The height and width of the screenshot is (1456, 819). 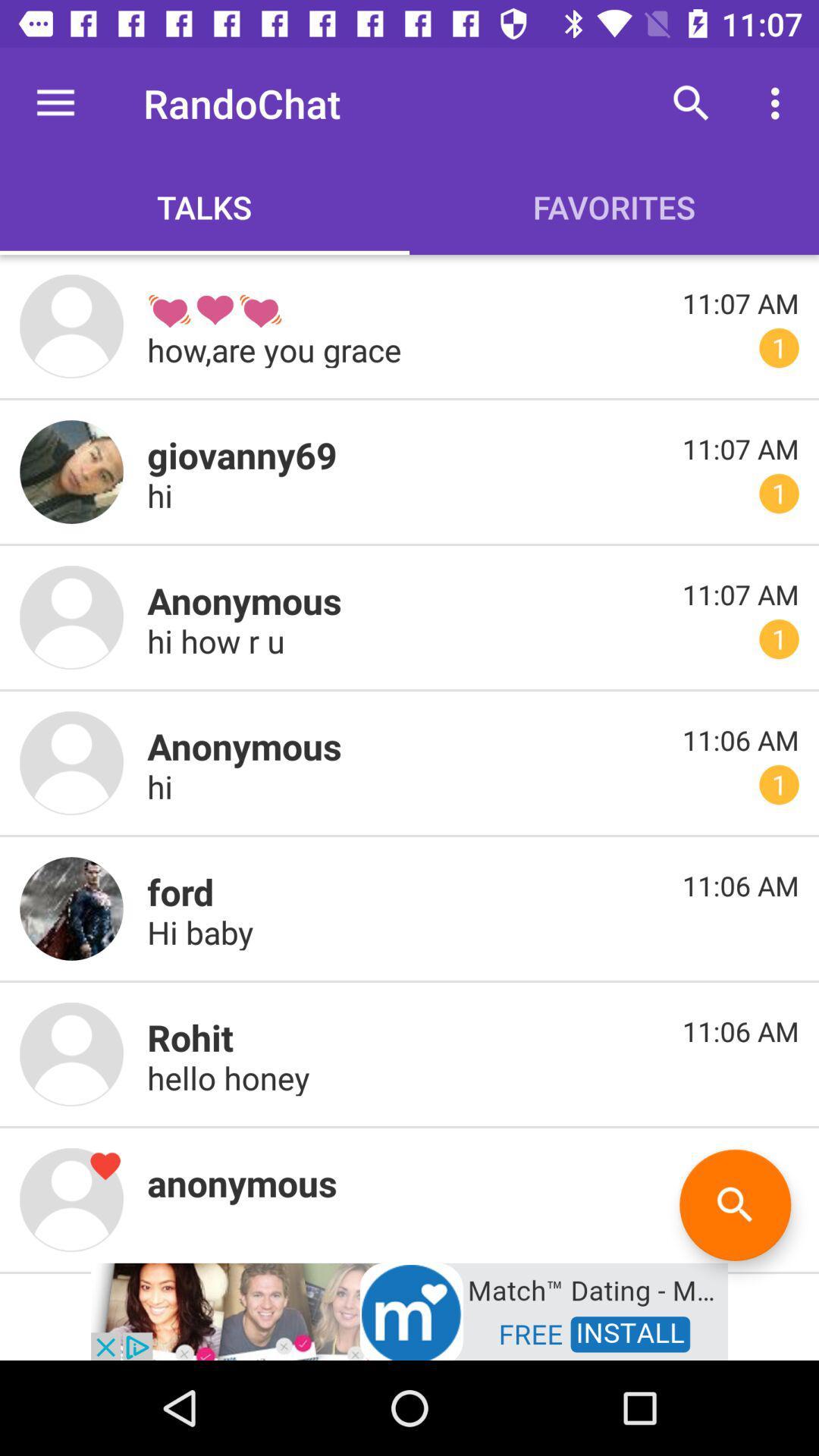 I want to click on advertisement, so click(x=409, y=1310).